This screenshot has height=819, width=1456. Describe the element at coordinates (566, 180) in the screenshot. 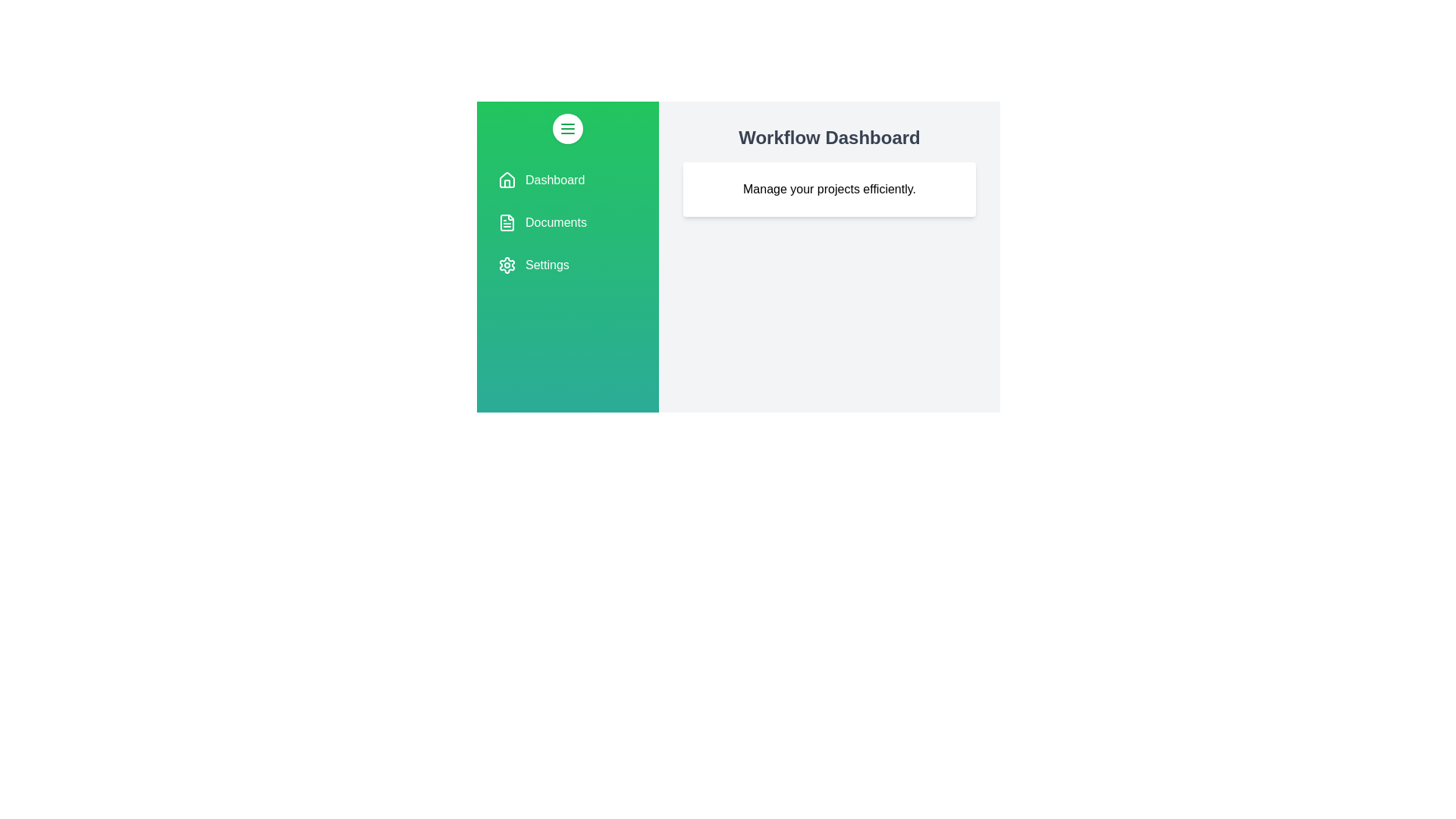

I see `the drawer item Dashboard to highlight it` at that location.